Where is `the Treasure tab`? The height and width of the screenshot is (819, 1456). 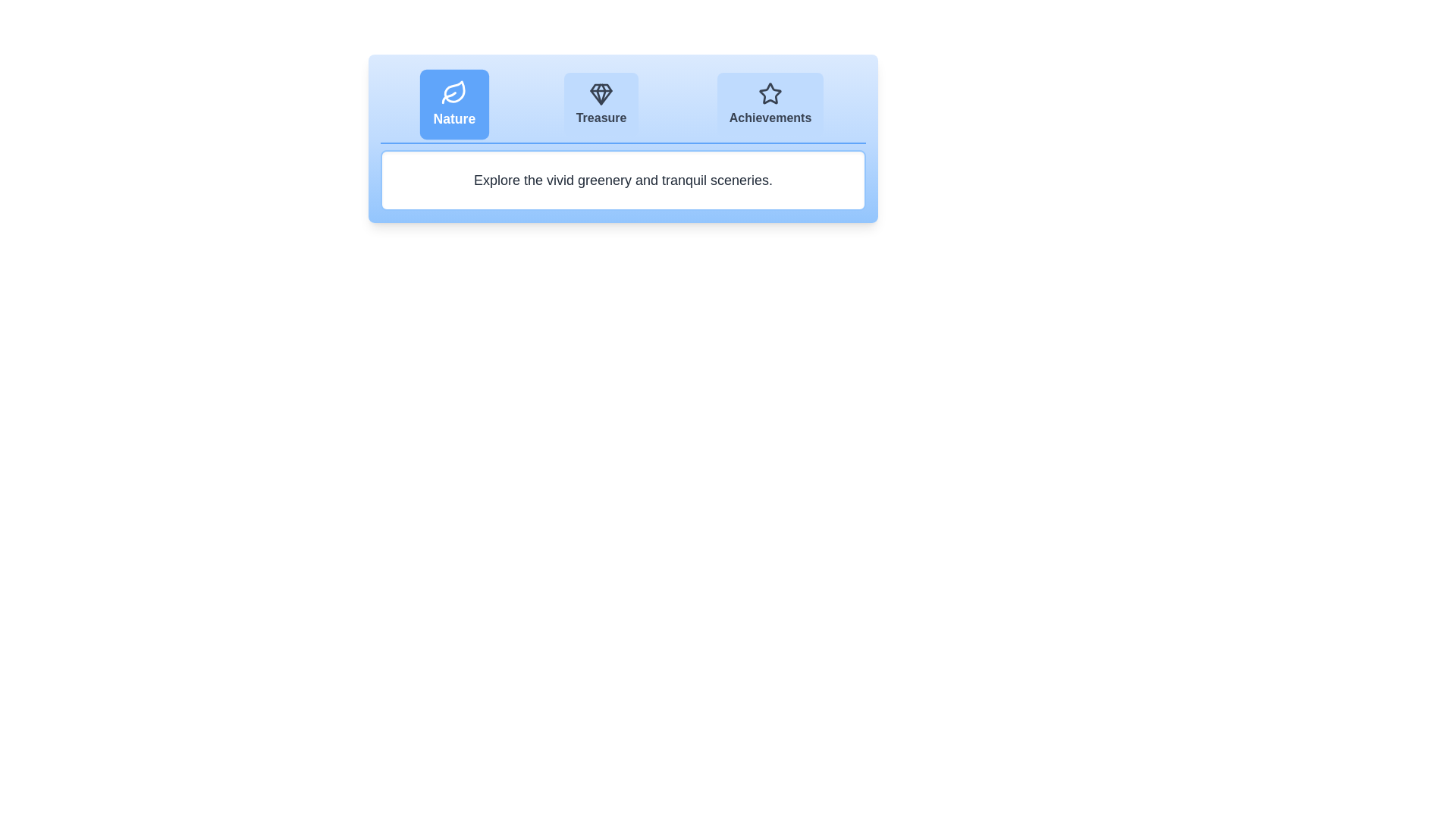
the Treasure tab is located at coordinates (600, 104).